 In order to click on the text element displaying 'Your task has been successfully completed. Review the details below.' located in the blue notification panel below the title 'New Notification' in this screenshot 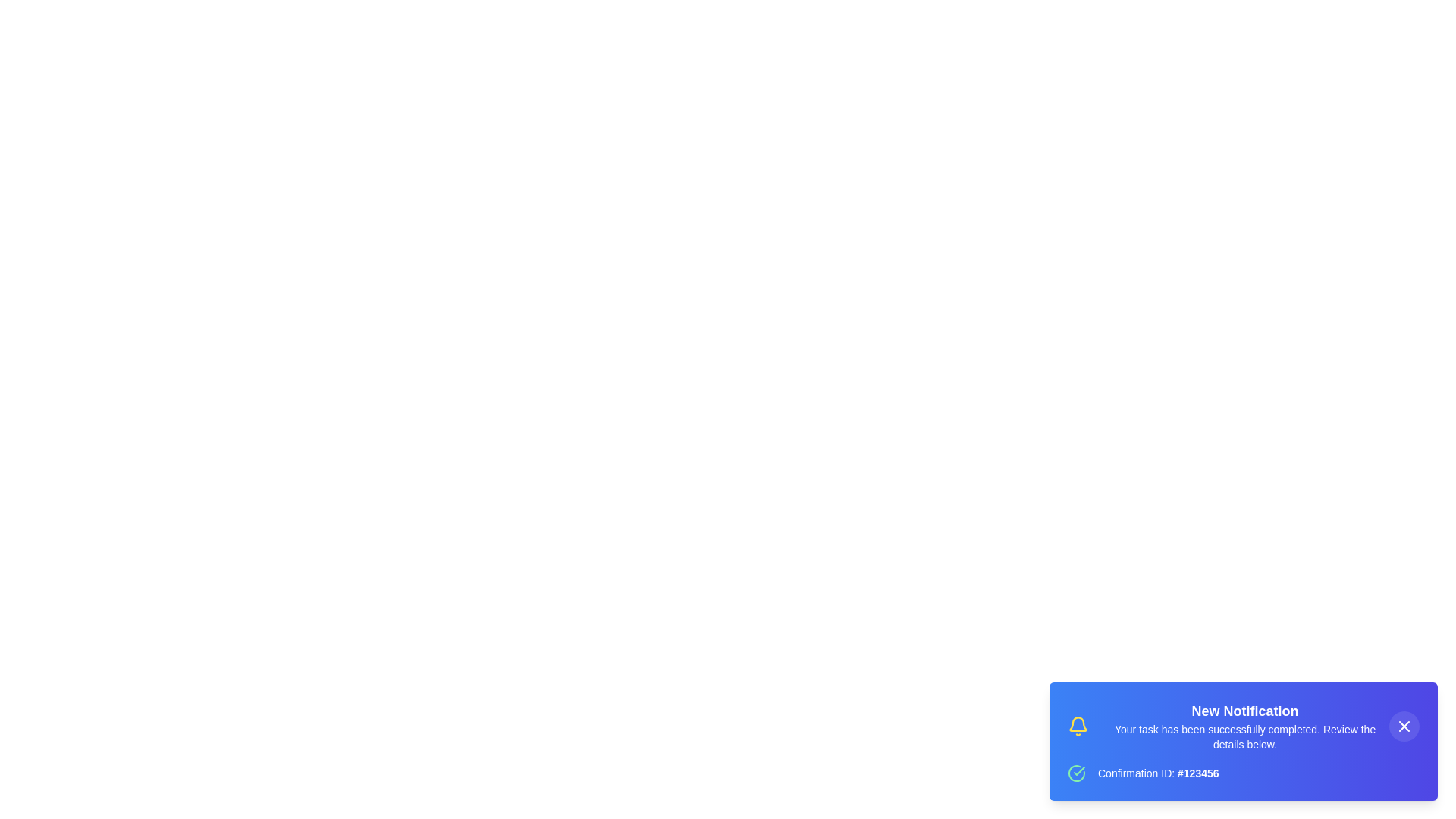, I will do `click(1244, 736)`.